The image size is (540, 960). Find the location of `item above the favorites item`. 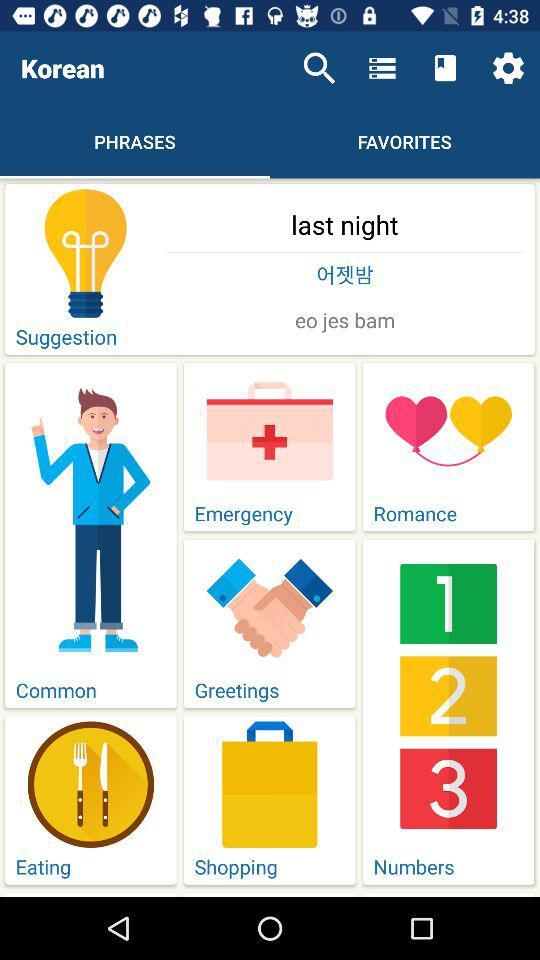

item above the favorites item is located at coordinates (382, 68).